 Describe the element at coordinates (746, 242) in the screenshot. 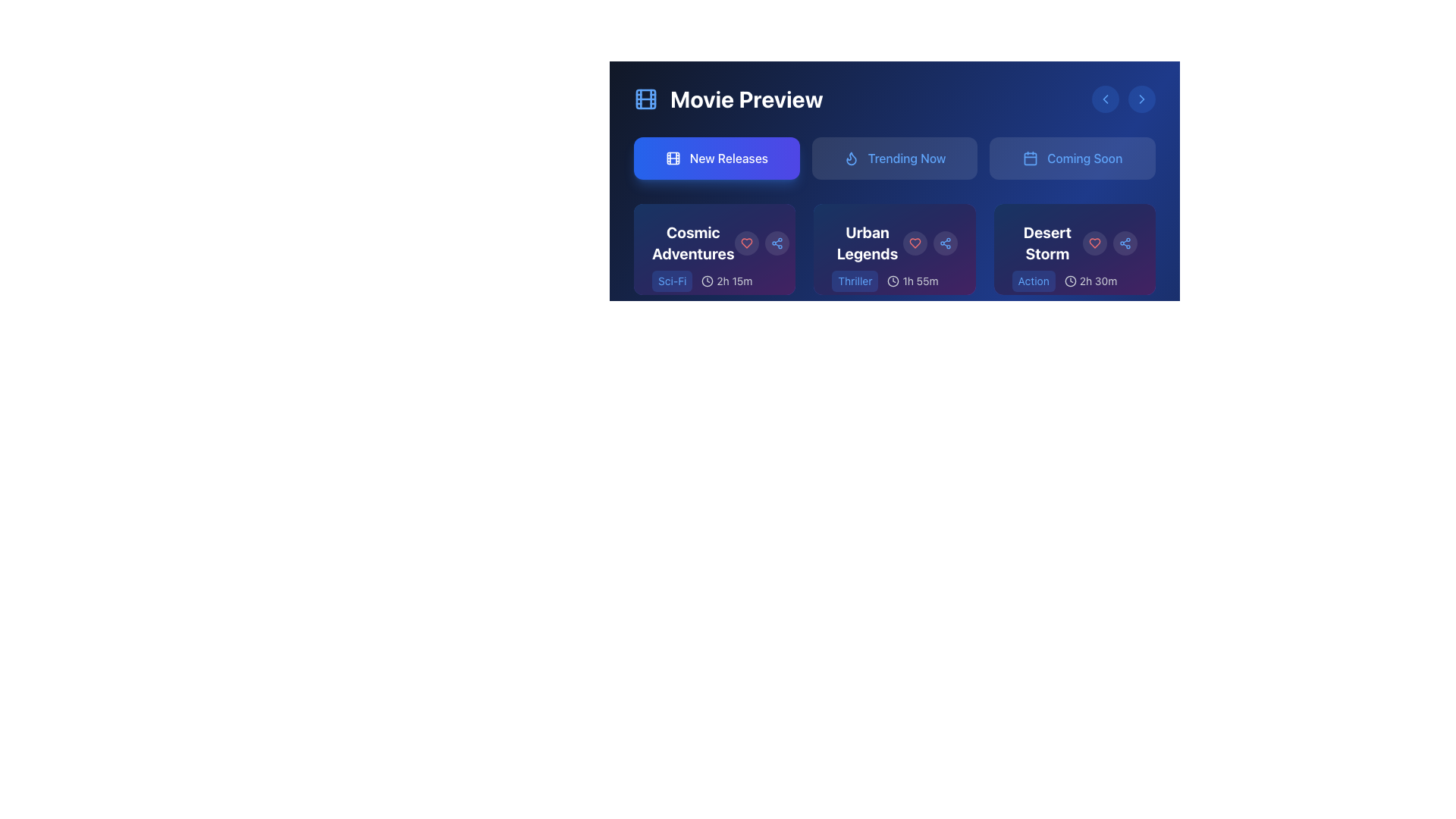

I see `the favorite button marked with a heart symbol, which is located between the title 'Cosmic Adventures' and a share icon in the movie entry card` at that location.